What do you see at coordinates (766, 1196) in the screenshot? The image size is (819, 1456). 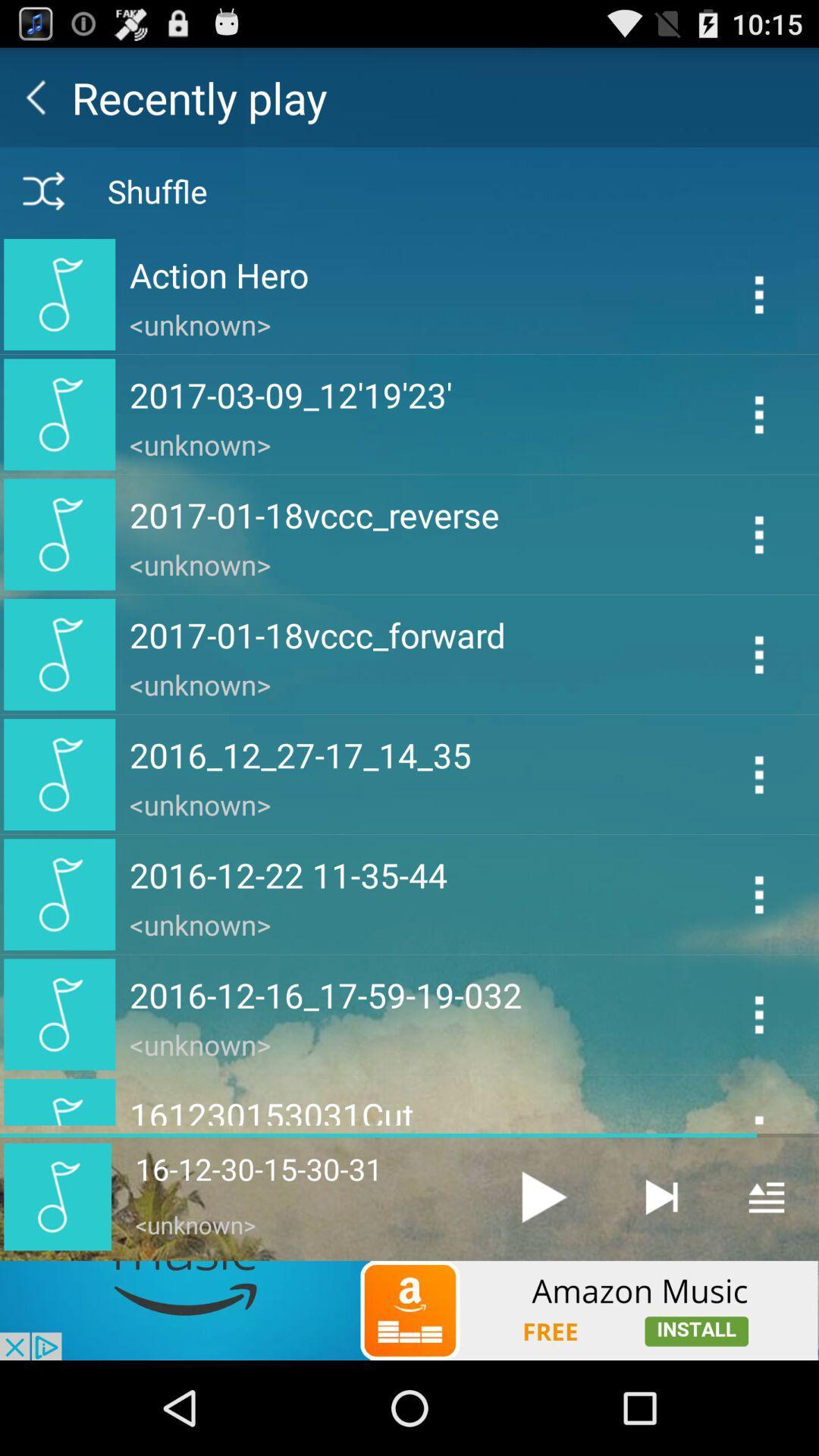 I see `show playlist` at bounding box center [766, 1196].